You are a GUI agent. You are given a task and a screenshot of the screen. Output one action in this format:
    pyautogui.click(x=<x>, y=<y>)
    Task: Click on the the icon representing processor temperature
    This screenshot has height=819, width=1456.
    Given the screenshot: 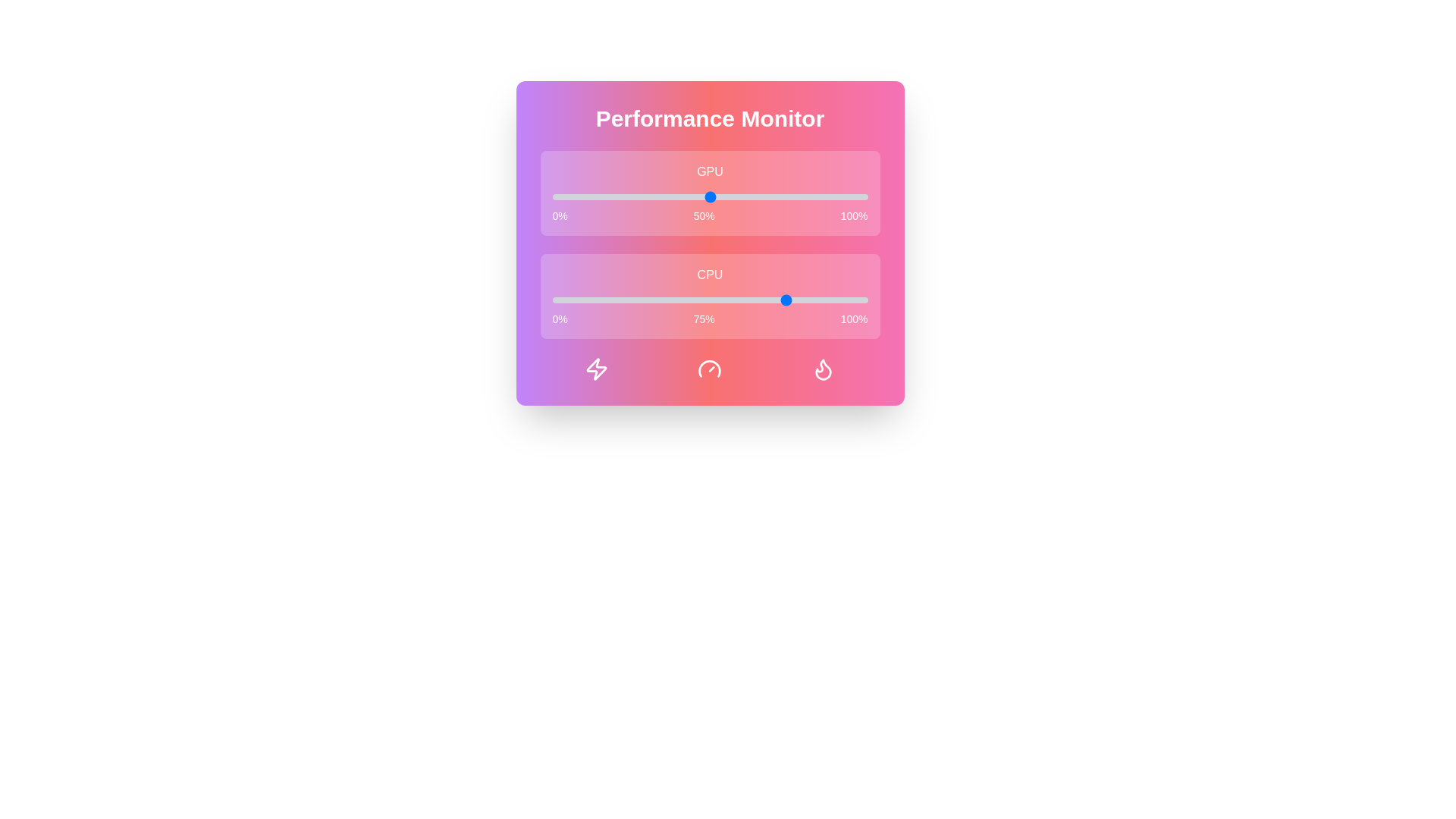 What is the action you would take?
    pyautogui.click(x=822, y=369)
    